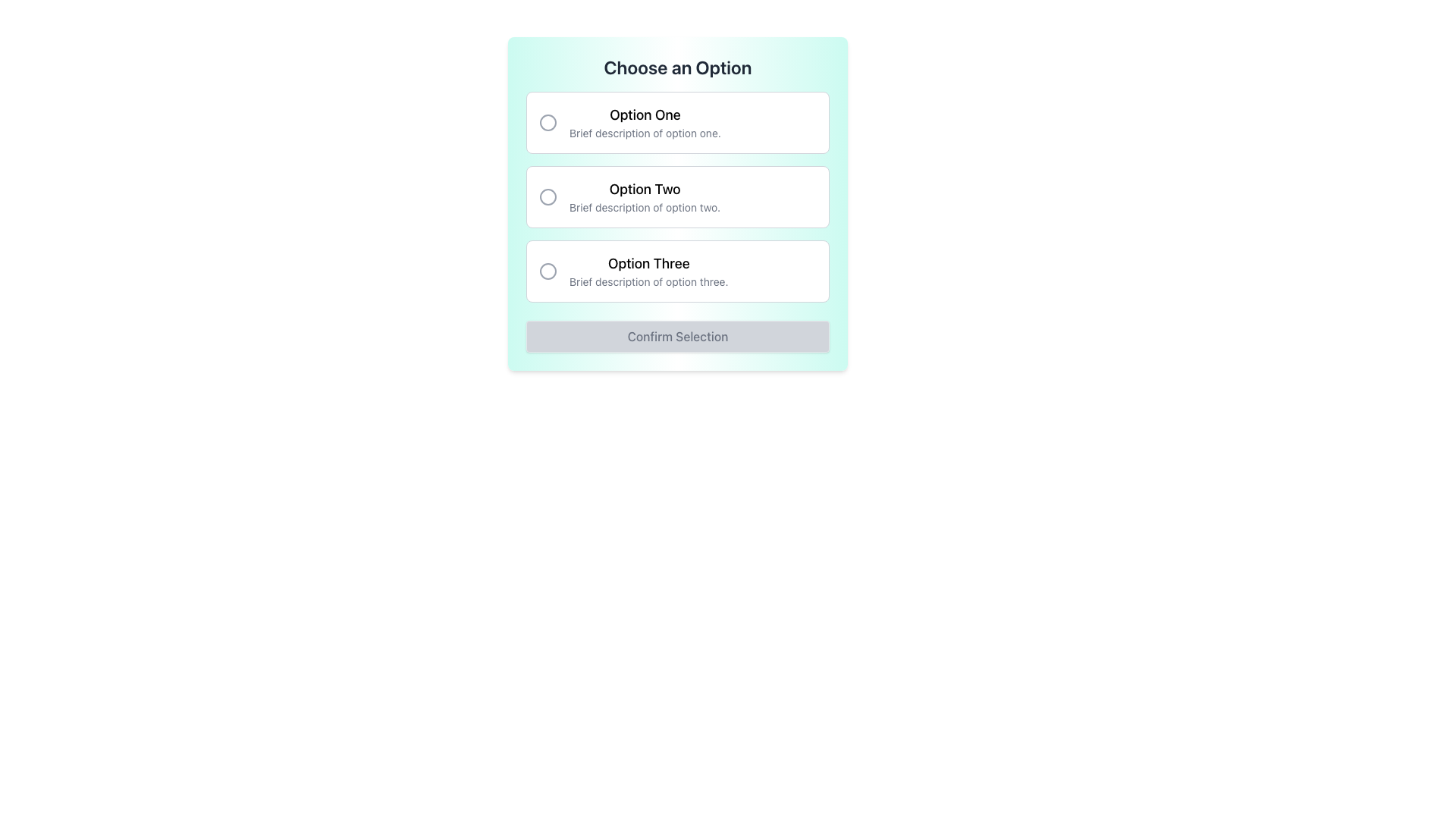 This screenshot has height=819, width=1456. What do you see at coordinates (548, 271) in the screenshot?
I see `the circular selection marker for the third selectable option labeled 'Option Three' to provide visual feedback` at bounding box center [548, 271].